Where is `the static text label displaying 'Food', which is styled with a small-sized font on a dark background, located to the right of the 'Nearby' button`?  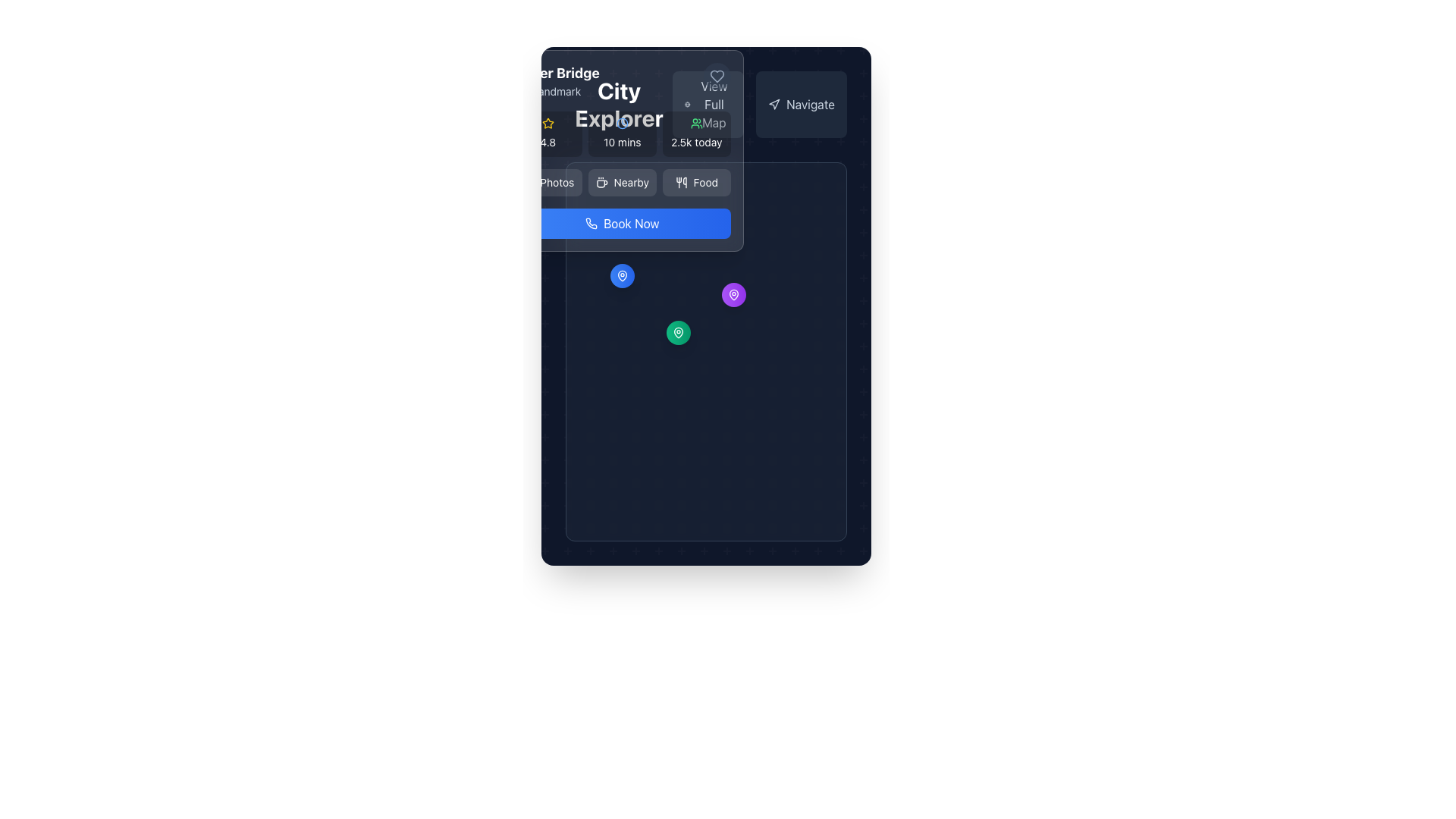
the static text label displaying 'Food', which is styled with a small-sized font on a dark background, located to the right of the 'Nearby' button is located at coordinates (704, 182).